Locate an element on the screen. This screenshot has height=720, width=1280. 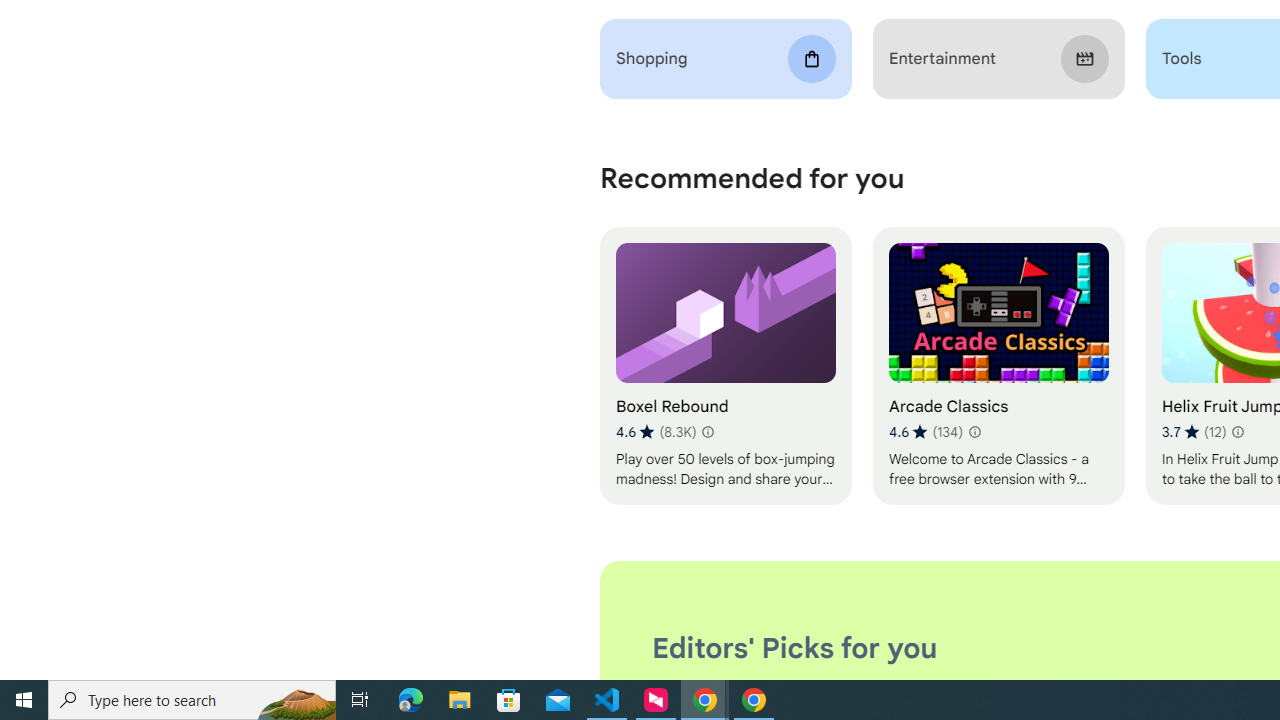
'Learn more about results and reviews "Arcade Classics"' is located at coordinates (974, 431).